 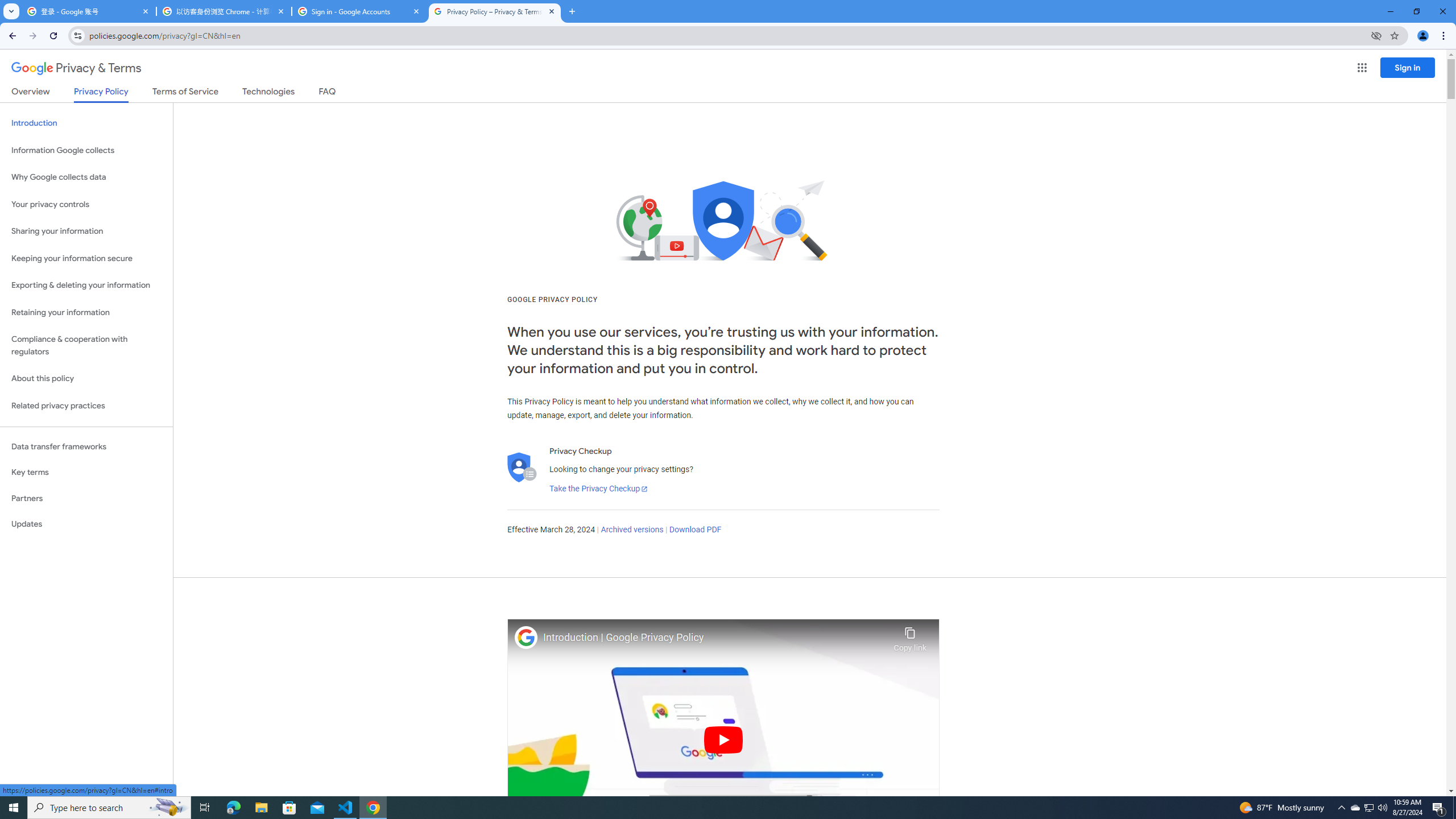 What do you see at coordinates (86, 346) in the screenshot?
I see `'Compliance & cooperation with regulators'` at bounding box center [86, 346].